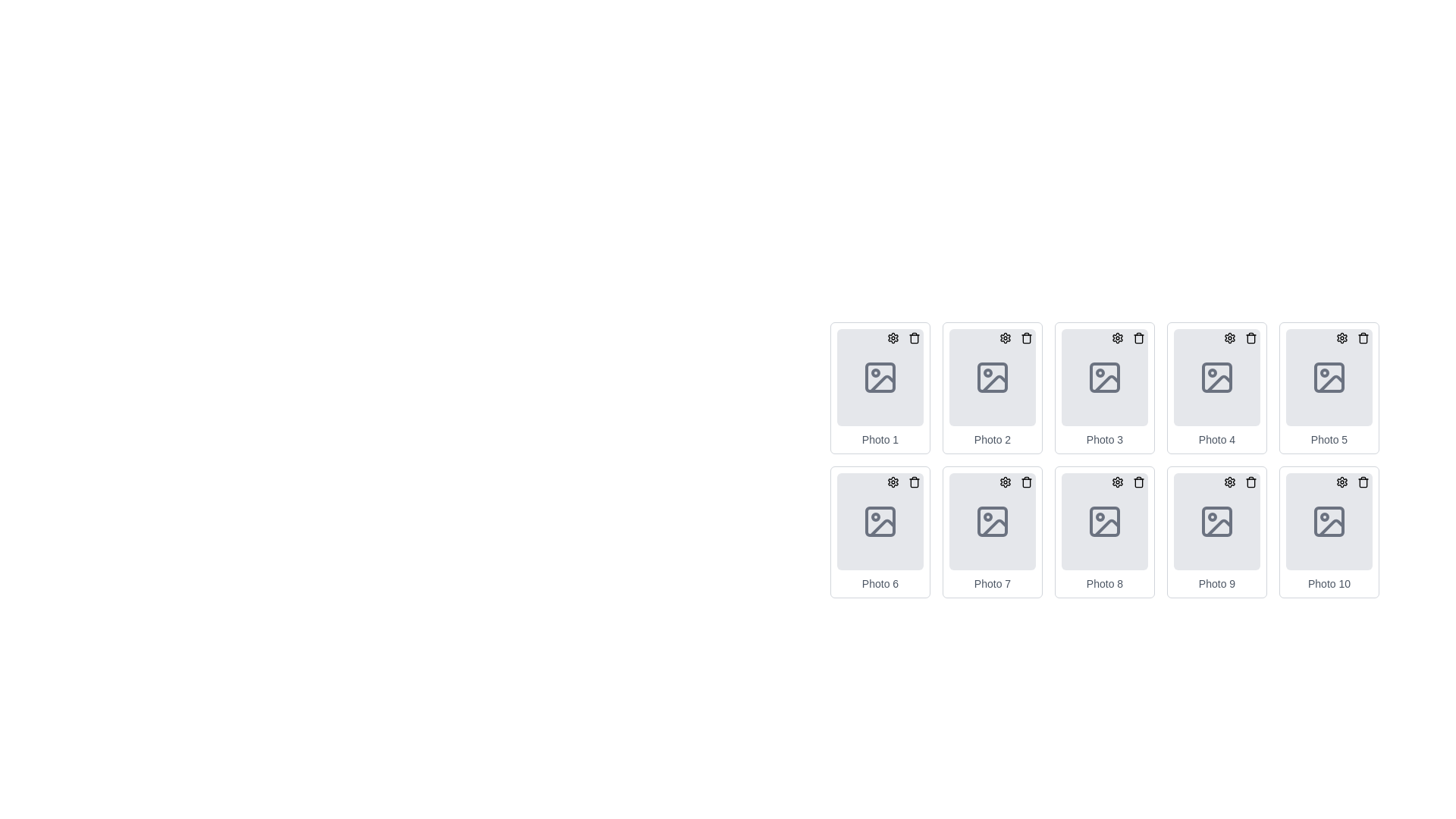 The width and height of the screenshot is (1456, 819). Describe the element at coordinates (1342, 337) in the screenshot. I see `the small gear icon representing settings located in the top-right corner of the grid cell labeled 'Photo 5'` at that location.